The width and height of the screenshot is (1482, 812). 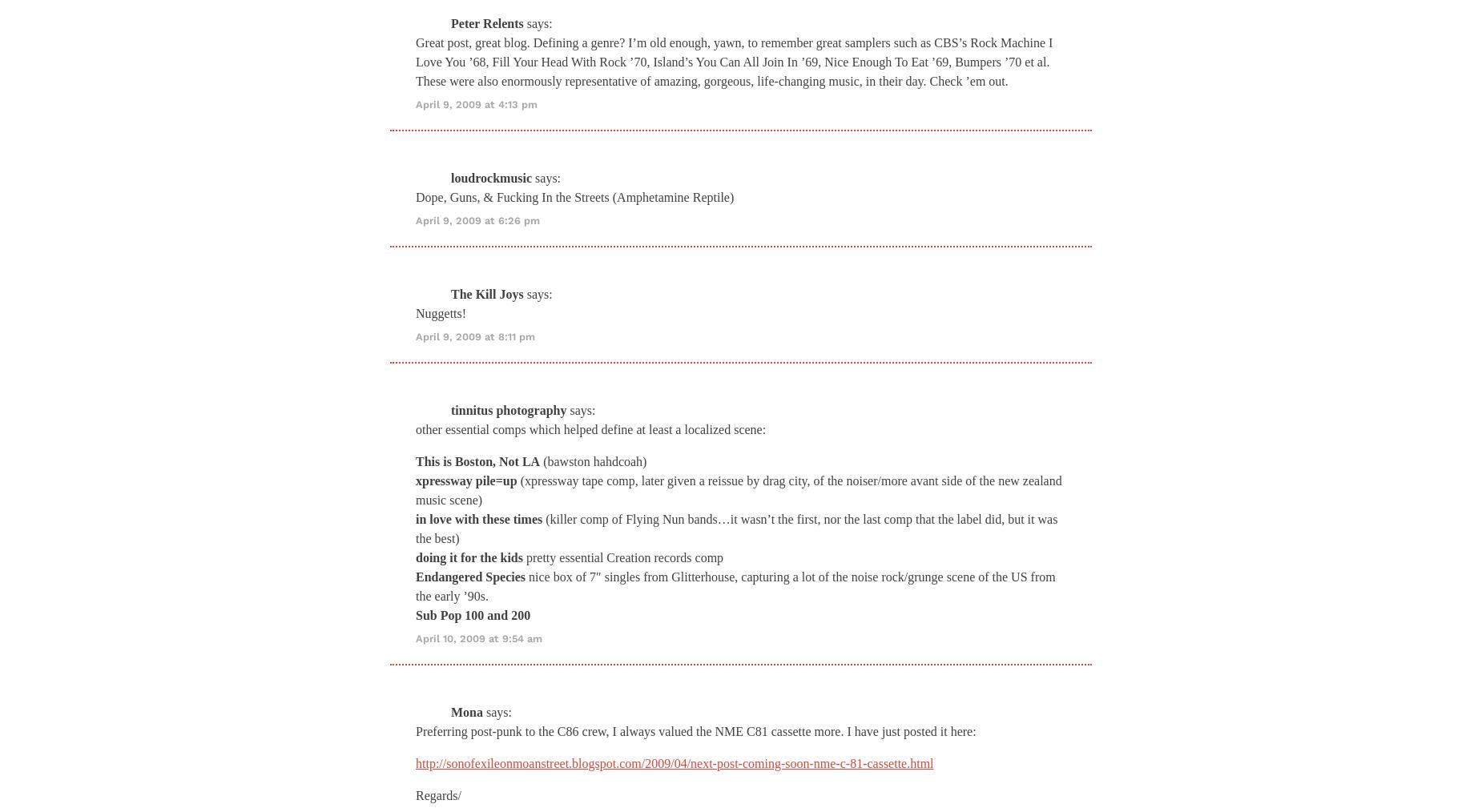 What do you see at coordinates (486, 22) in the screenshot?
I see `'Peter Relents'` at bounding box center [486, 22].